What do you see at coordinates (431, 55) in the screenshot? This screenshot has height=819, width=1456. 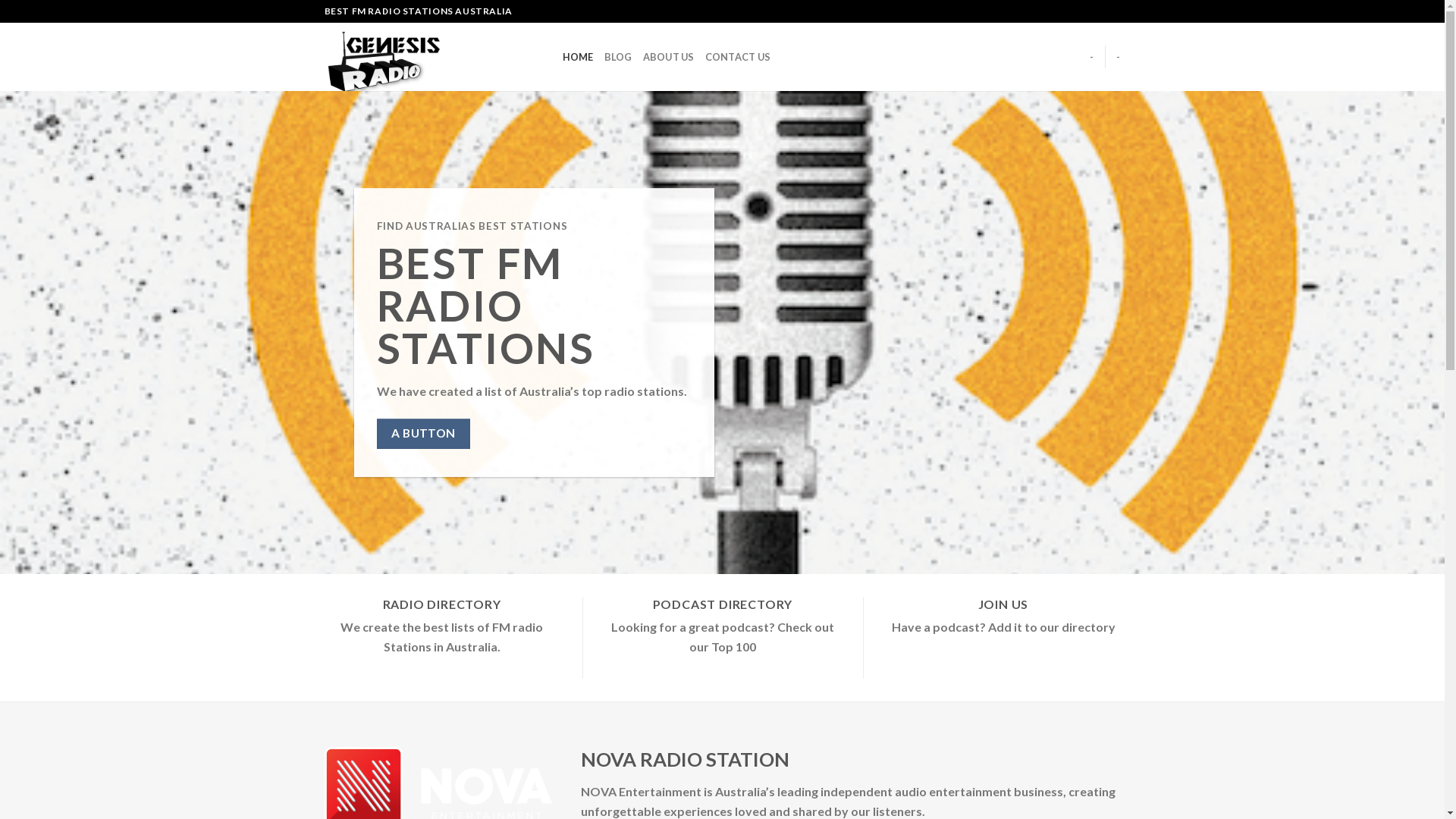 I see `'Genesis Radio - Australia'` at bounding box center [431, 55].